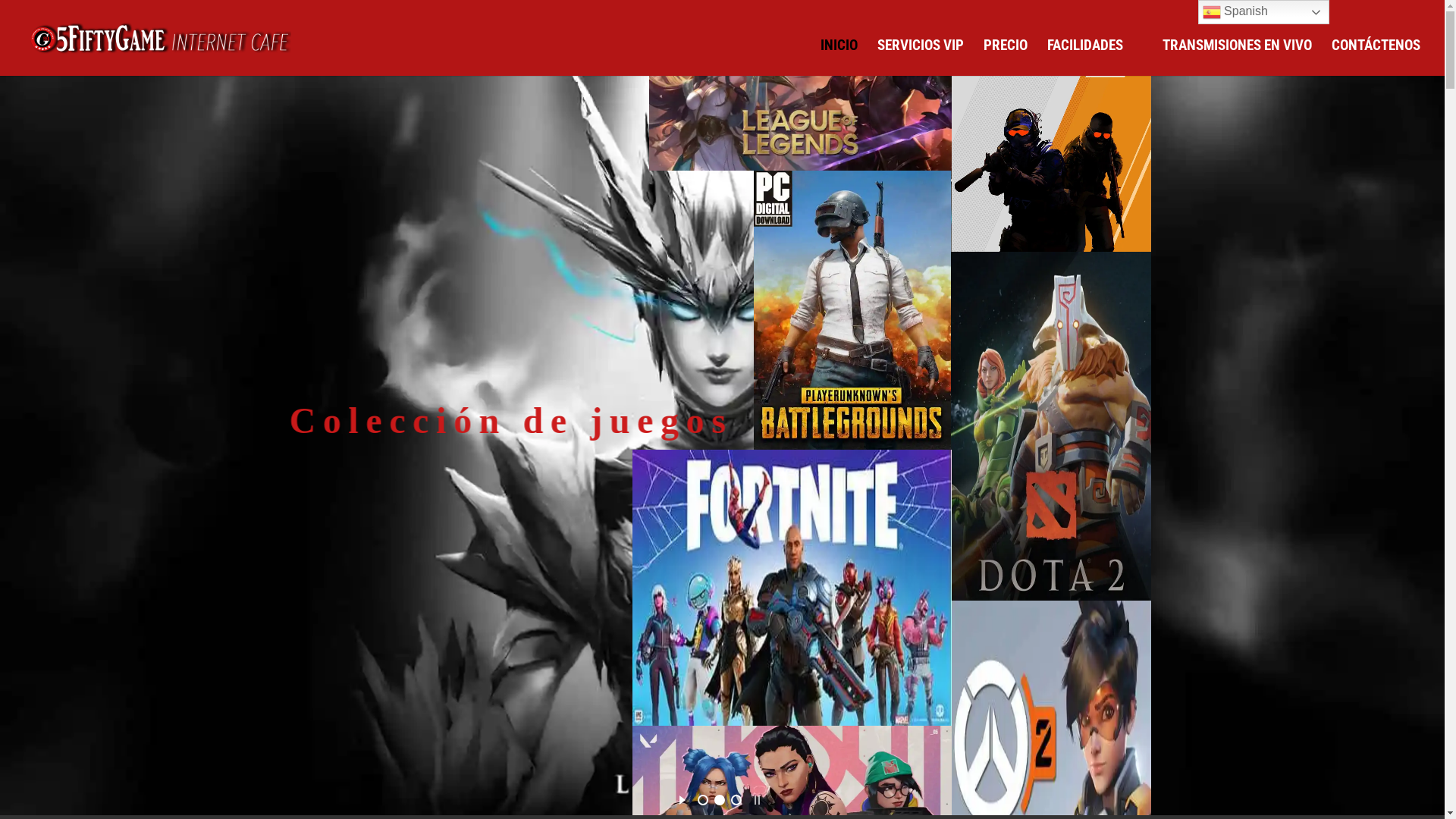 Image resolution: width=1456 pixels, height=819 pixels. What do you see at coordinates (983, 57) in the screenshot?
I see `'PRECIO'` at bounding box center [983, 57].